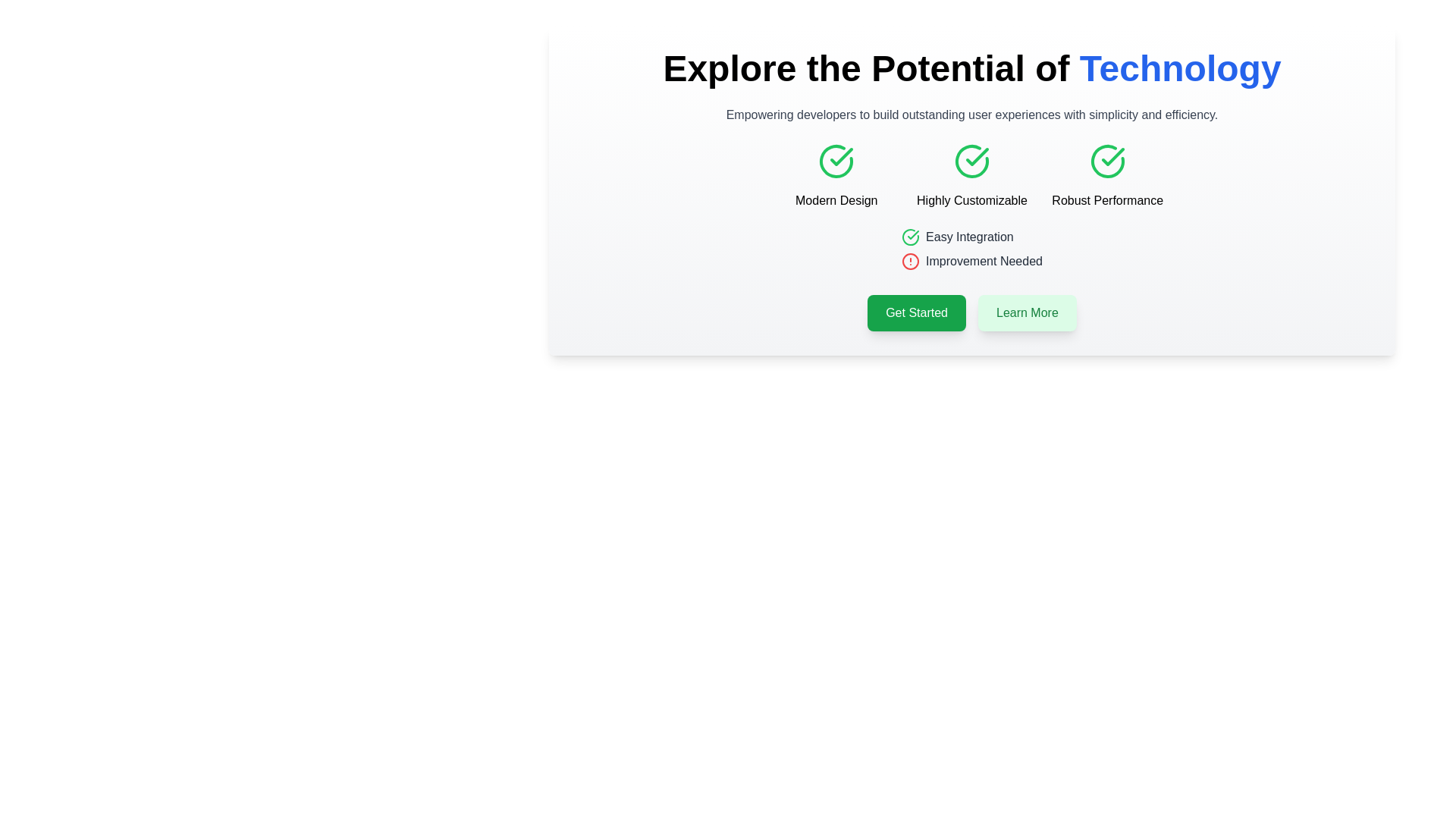 The width and height of the screenshot is (1456, 819). What do you see at coordinates (1179, 68) in the screenshot?
I see `the emphasized word 'Technology' in the headline 'Explore the Potential of Technology' by moving the cursor to its position` at bounding box center [1179, 68].